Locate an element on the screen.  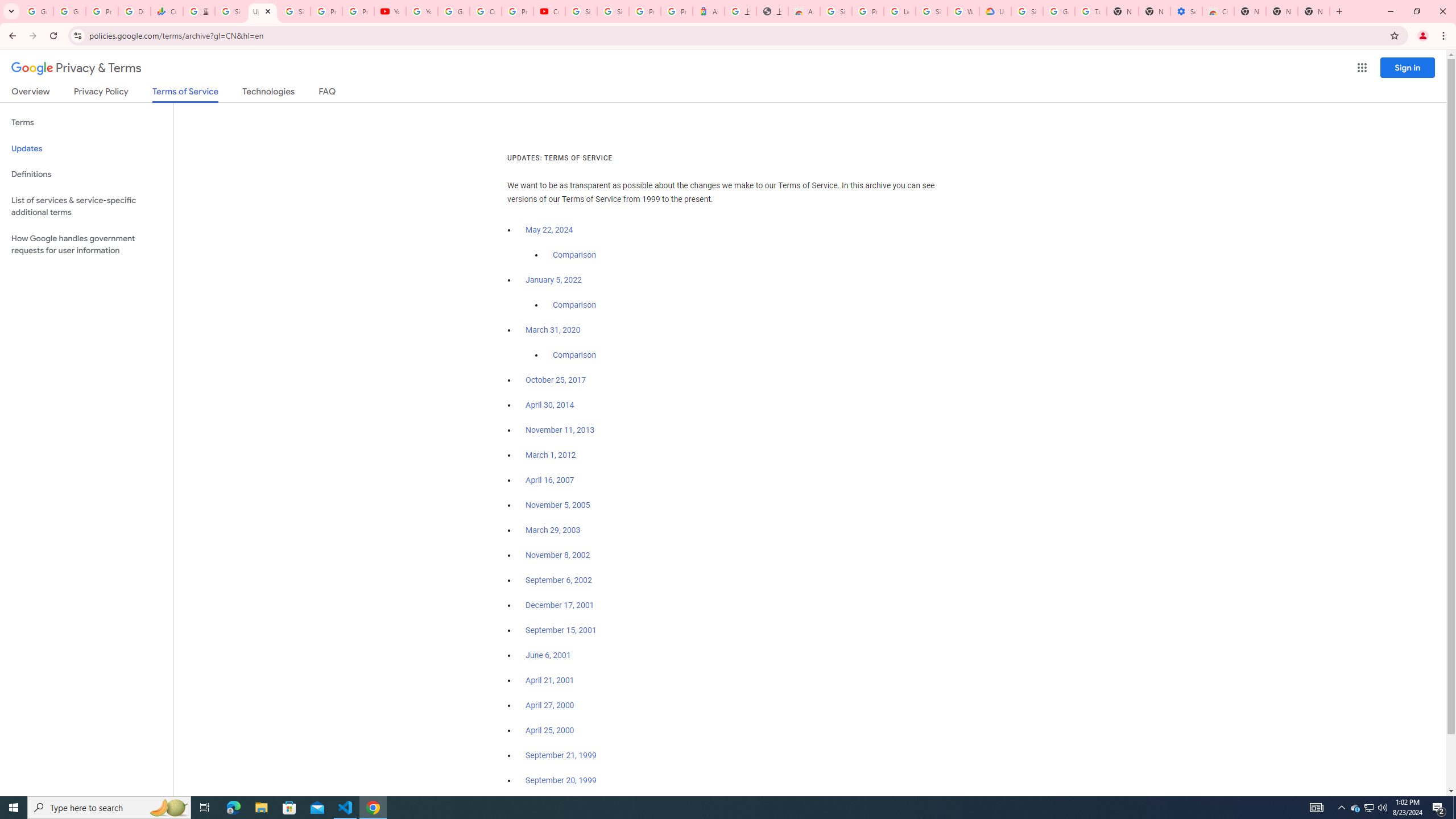
'Who are Google' is located at coordinates (962, 11).